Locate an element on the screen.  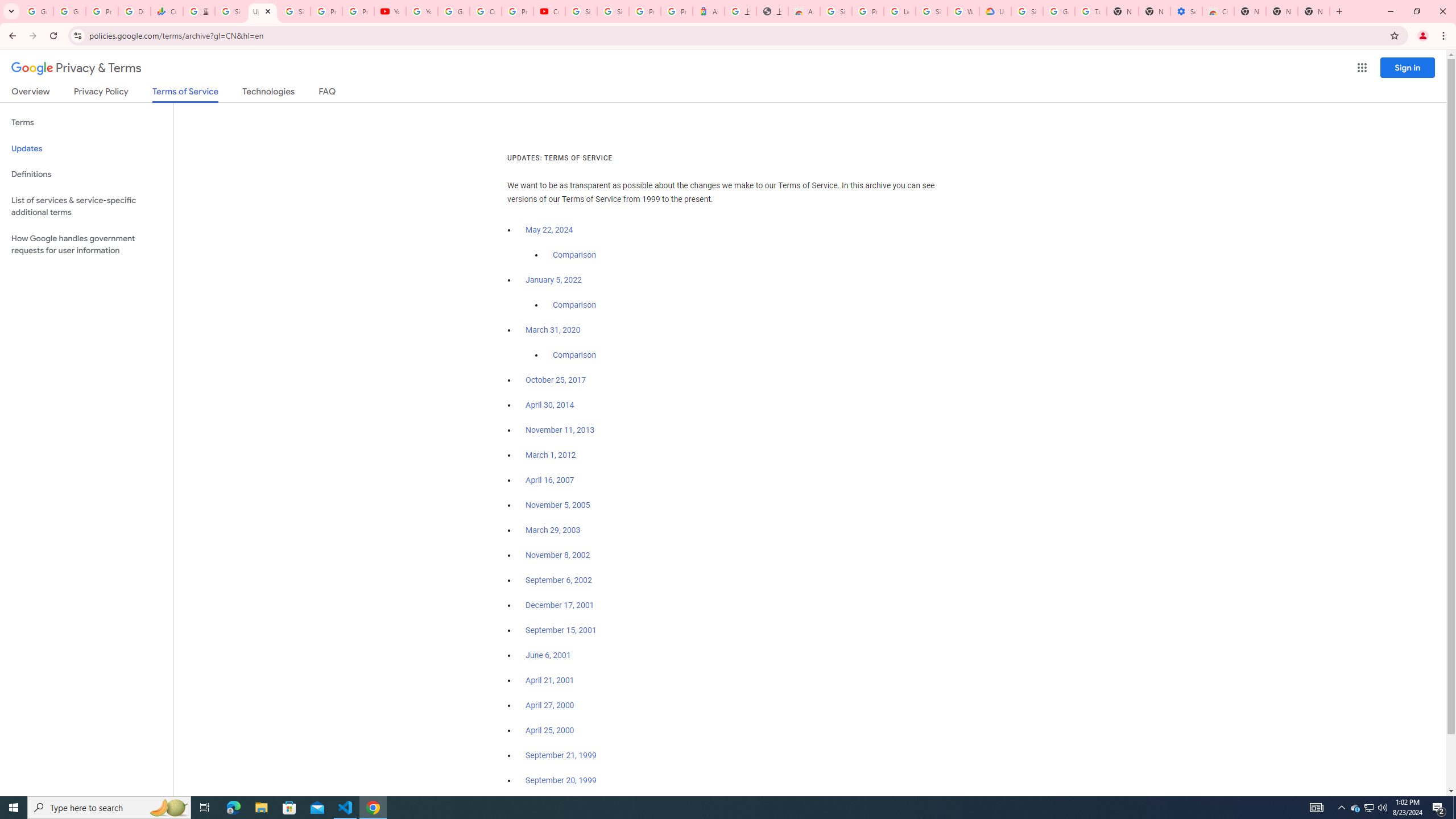
'Who are Google' is located at coordinates (962, 11).